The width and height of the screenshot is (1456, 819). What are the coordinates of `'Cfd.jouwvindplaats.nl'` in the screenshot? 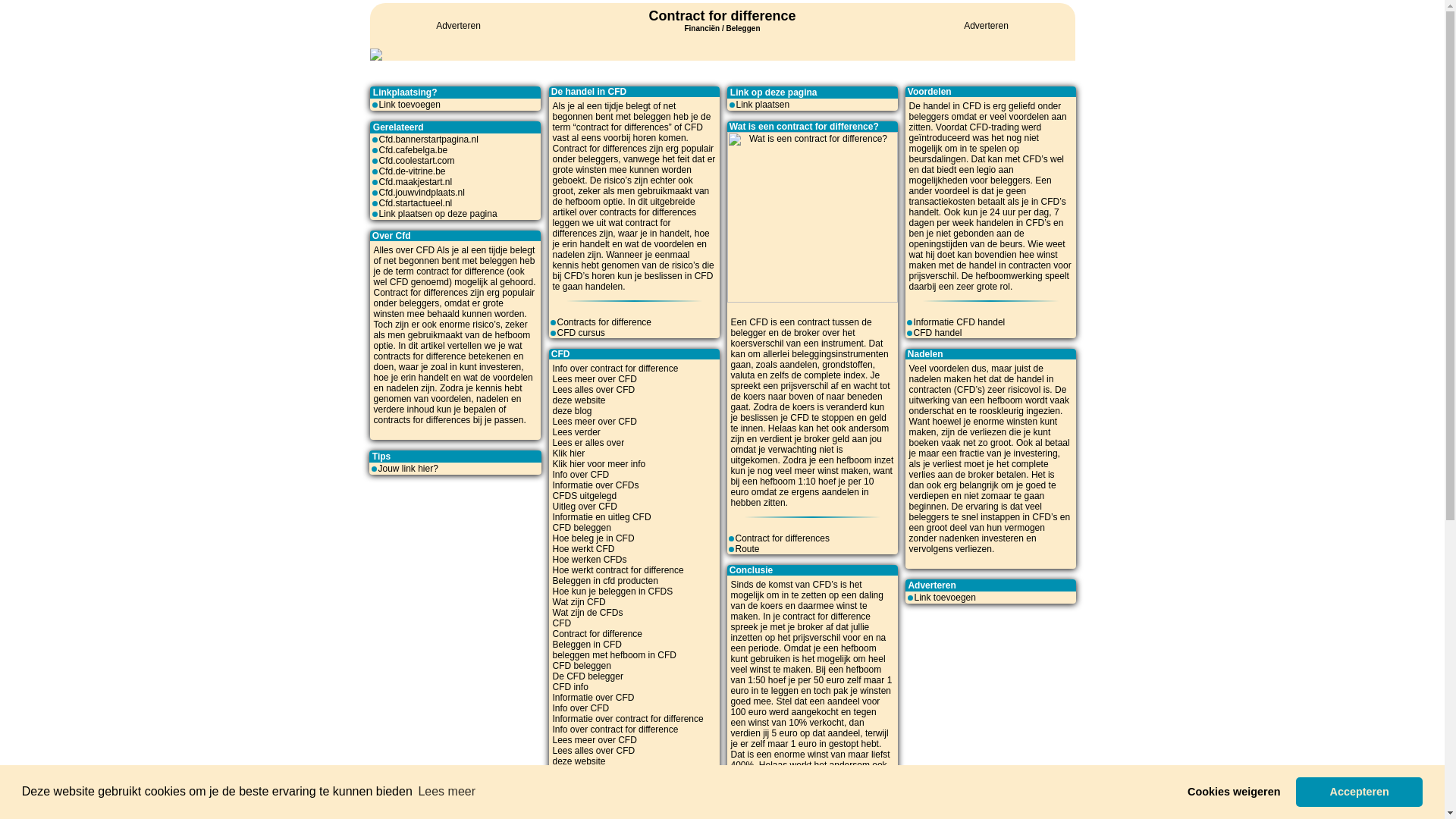 It's located at (422, 192).